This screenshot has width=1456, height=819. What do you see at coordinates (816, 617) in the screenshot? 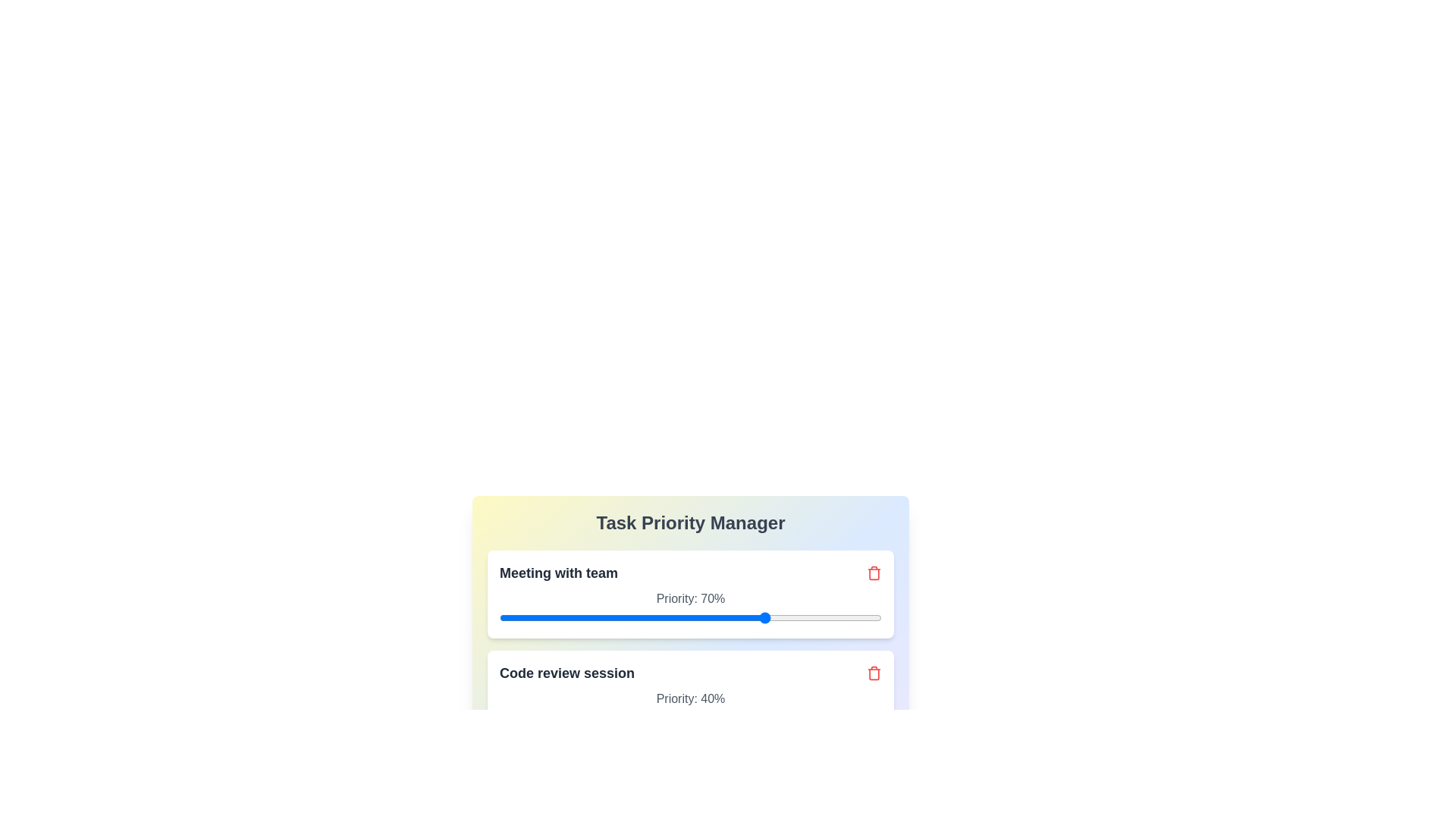
I see `priority` at bounding box center [816, 617].